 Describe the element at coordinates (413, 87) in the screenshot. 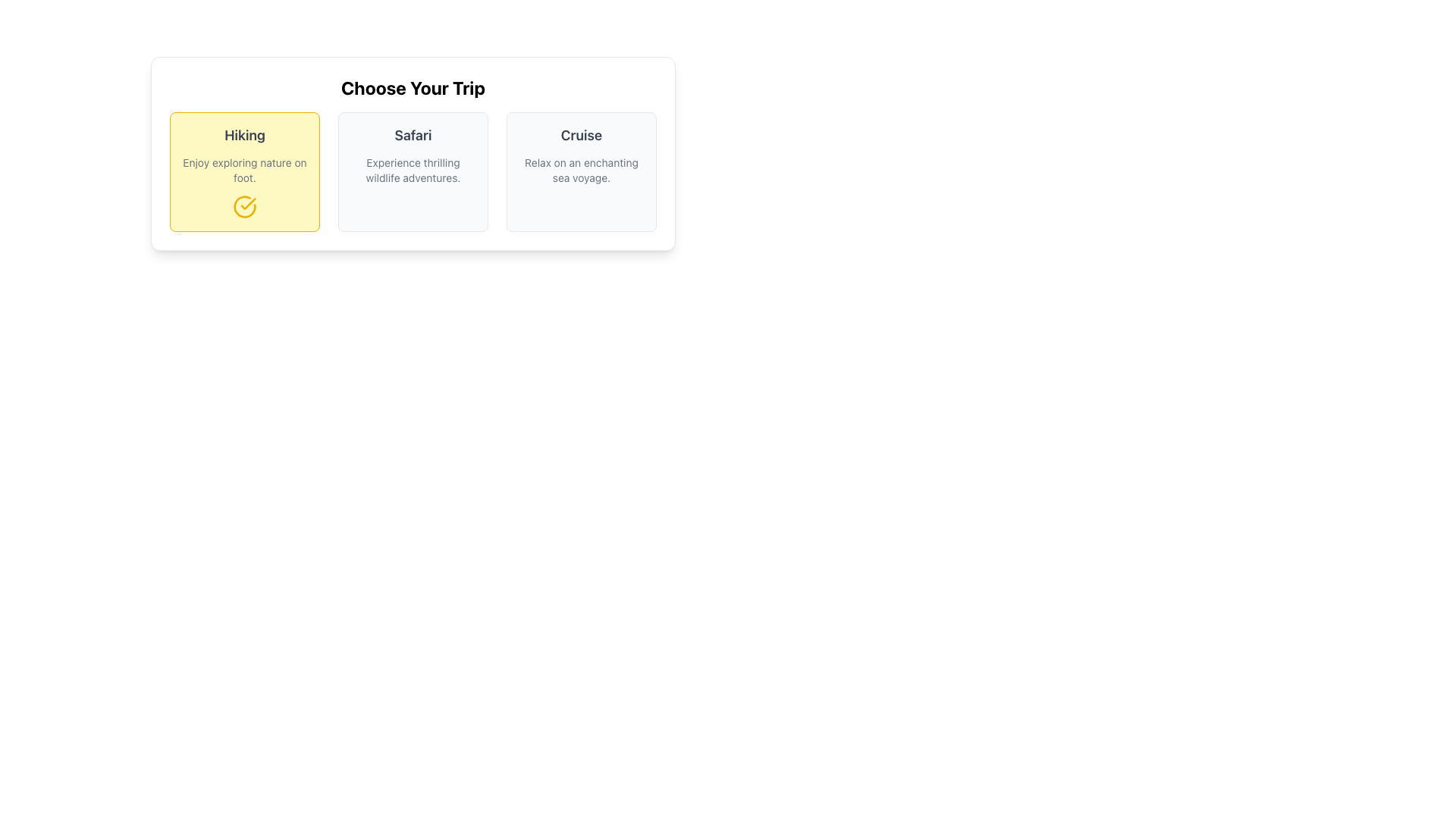

I see `the prominently styled heading with the text 'Choose Your Trip', which is centered at the top of a card-like layout` at that location.